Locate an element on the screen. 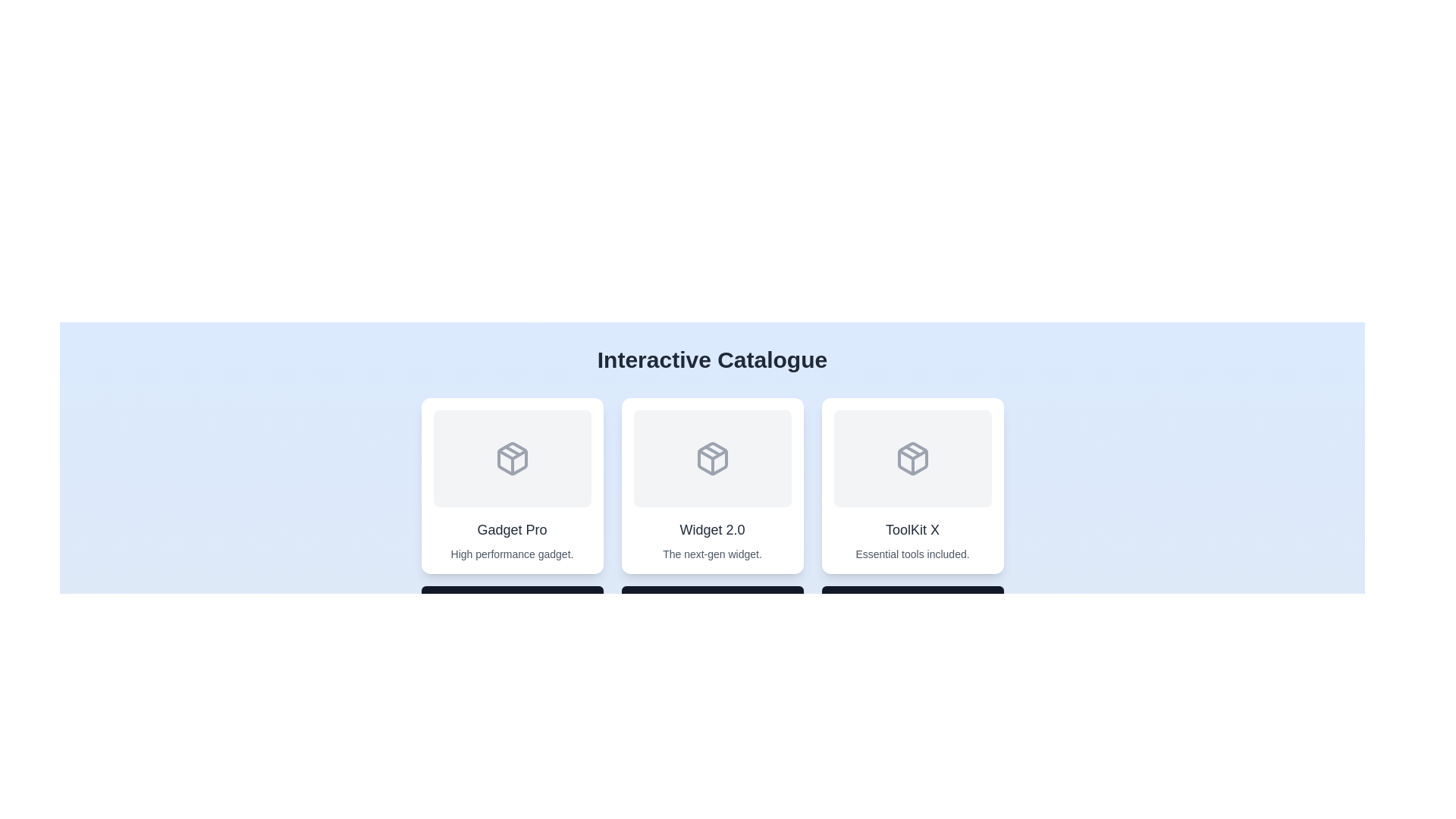  the Text Label that contains the text 'Essential tools included.' which is styled in a small gray font and centered within the card labeled 'ToolKit X' is located at coordinates (912, 554).